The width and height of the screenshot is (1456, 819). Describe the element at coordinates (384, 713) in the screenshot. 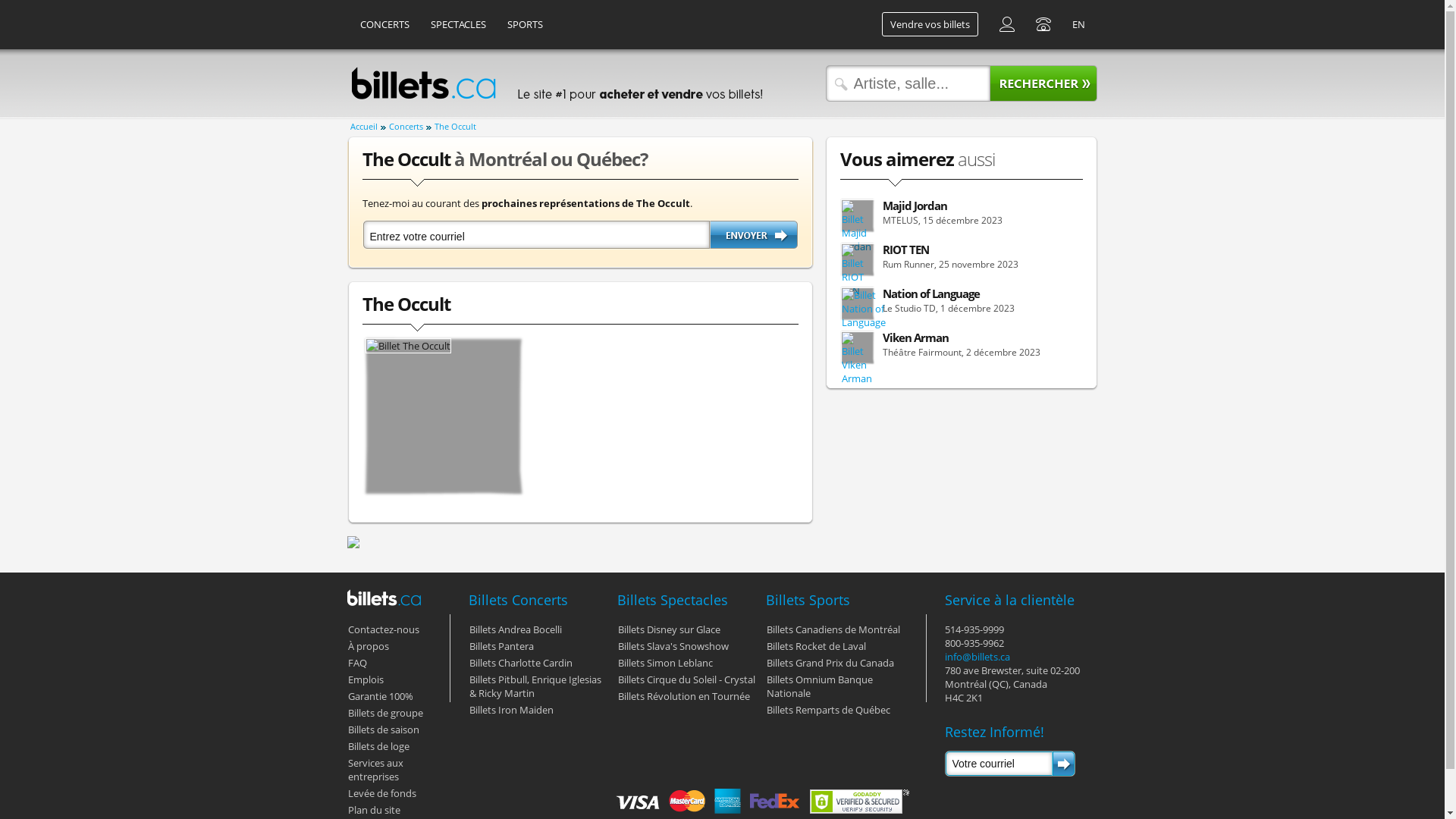

I see `'Billets de groupe'` at that location.